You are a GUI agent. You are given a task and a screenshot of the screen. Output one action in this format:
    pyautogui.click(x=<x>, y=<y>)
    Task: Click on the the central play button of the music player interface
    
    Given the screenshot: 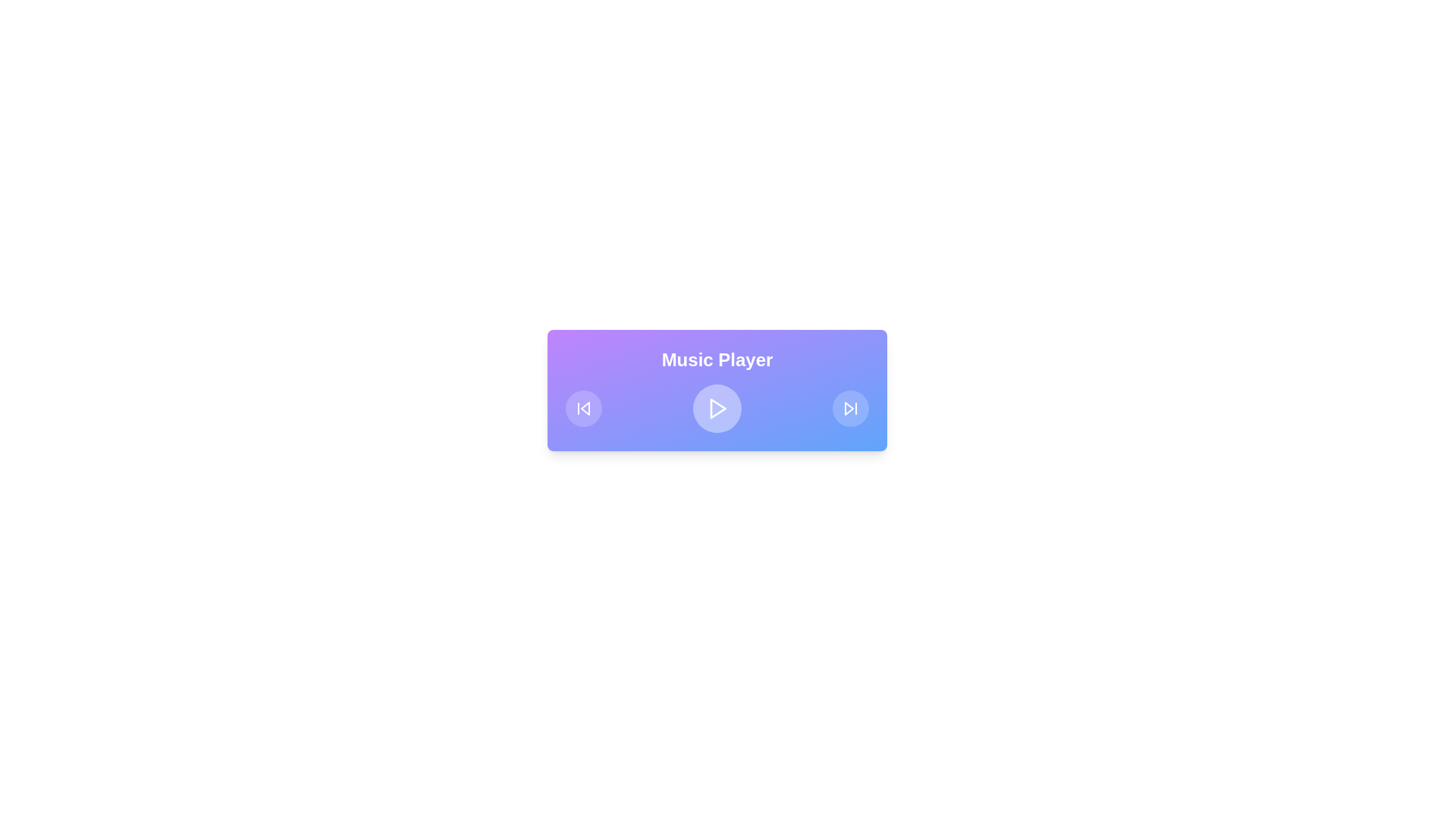 What is the action you would take?
    pyautogui.click(x=716, y=408)
    